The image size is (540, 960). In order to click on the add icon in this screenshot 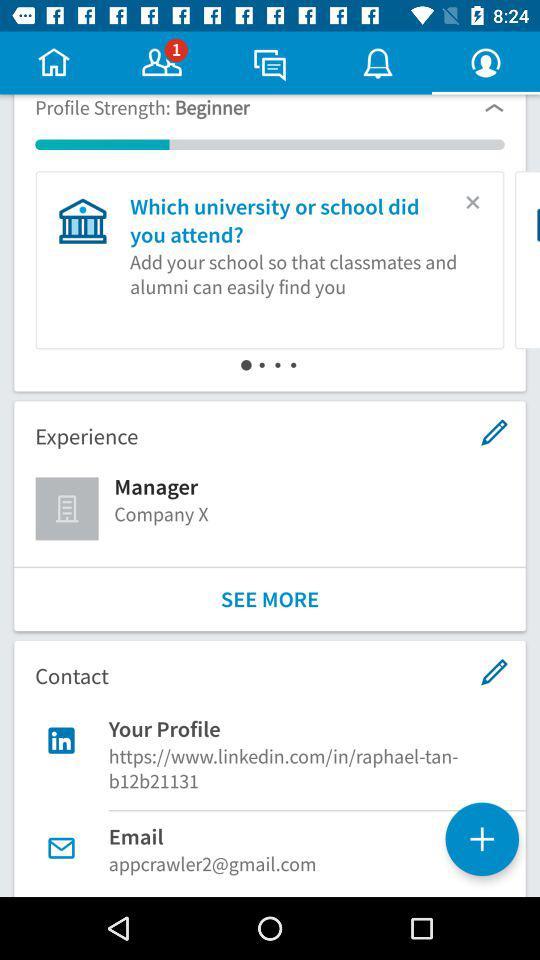, I will do `click(481, 839)`.